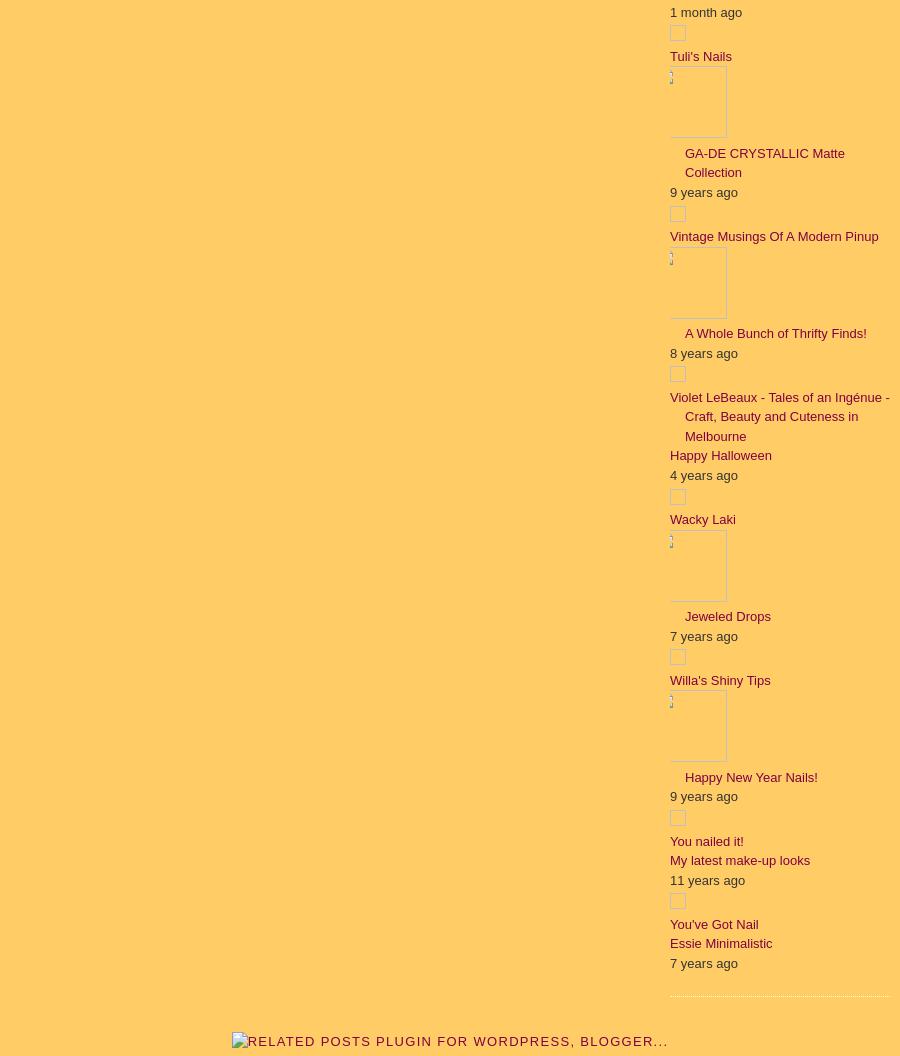 Image resolution: width=900 pixels, height=1056 pixels. I want to click on 'Wacky Laki', so click(701, 518).